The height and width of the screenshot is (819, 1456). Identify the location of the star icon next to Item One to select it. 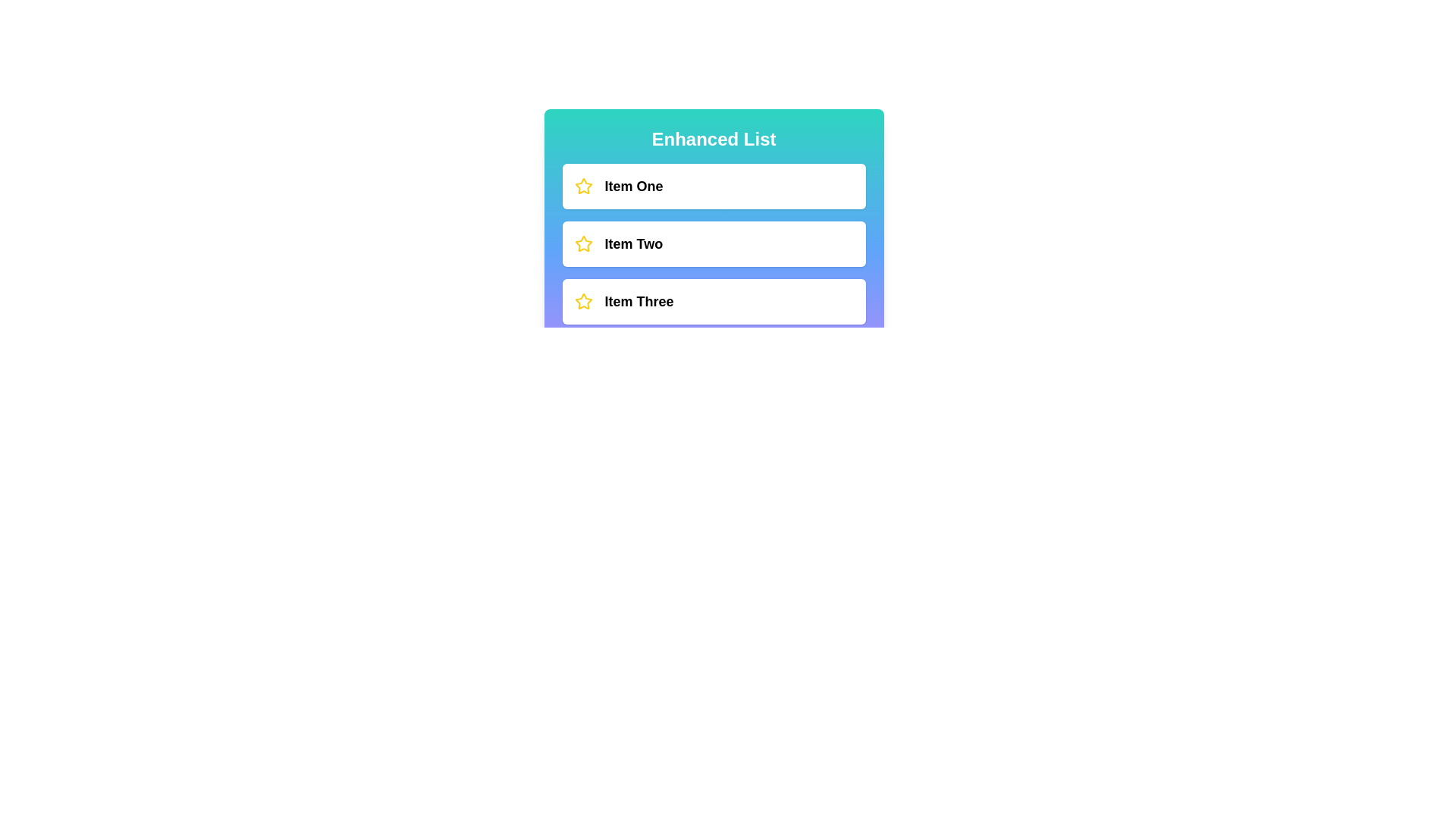
(582, 186).